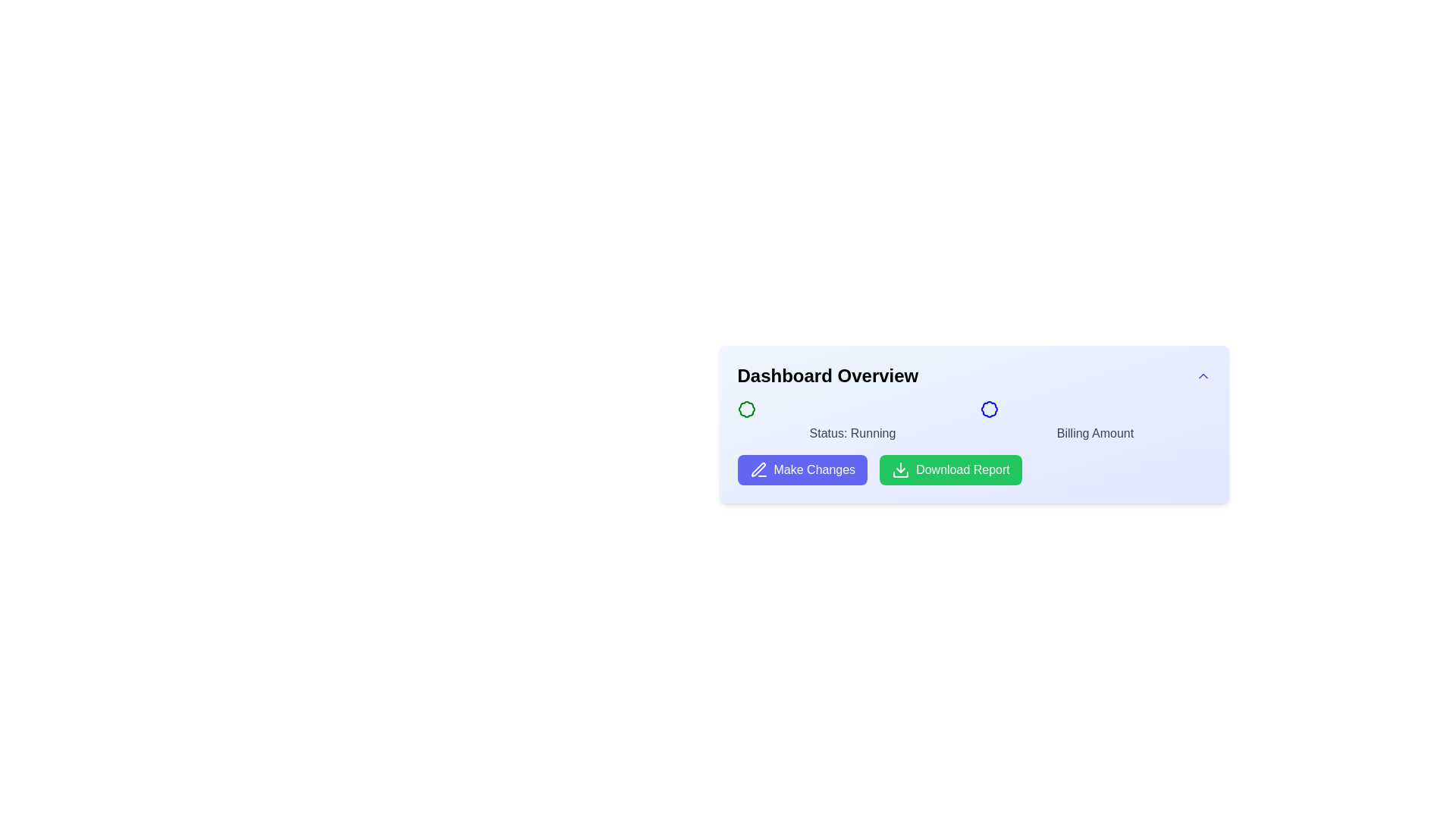  What do you see at coordinates (949, 469) in the screenshot?
I see `the download button located in the bottom-right section of the 'Dashboard Overview' card, which is the second button in the horizontal sequence under the status display, to trigger hover effects` at bounding box center [949, 469].